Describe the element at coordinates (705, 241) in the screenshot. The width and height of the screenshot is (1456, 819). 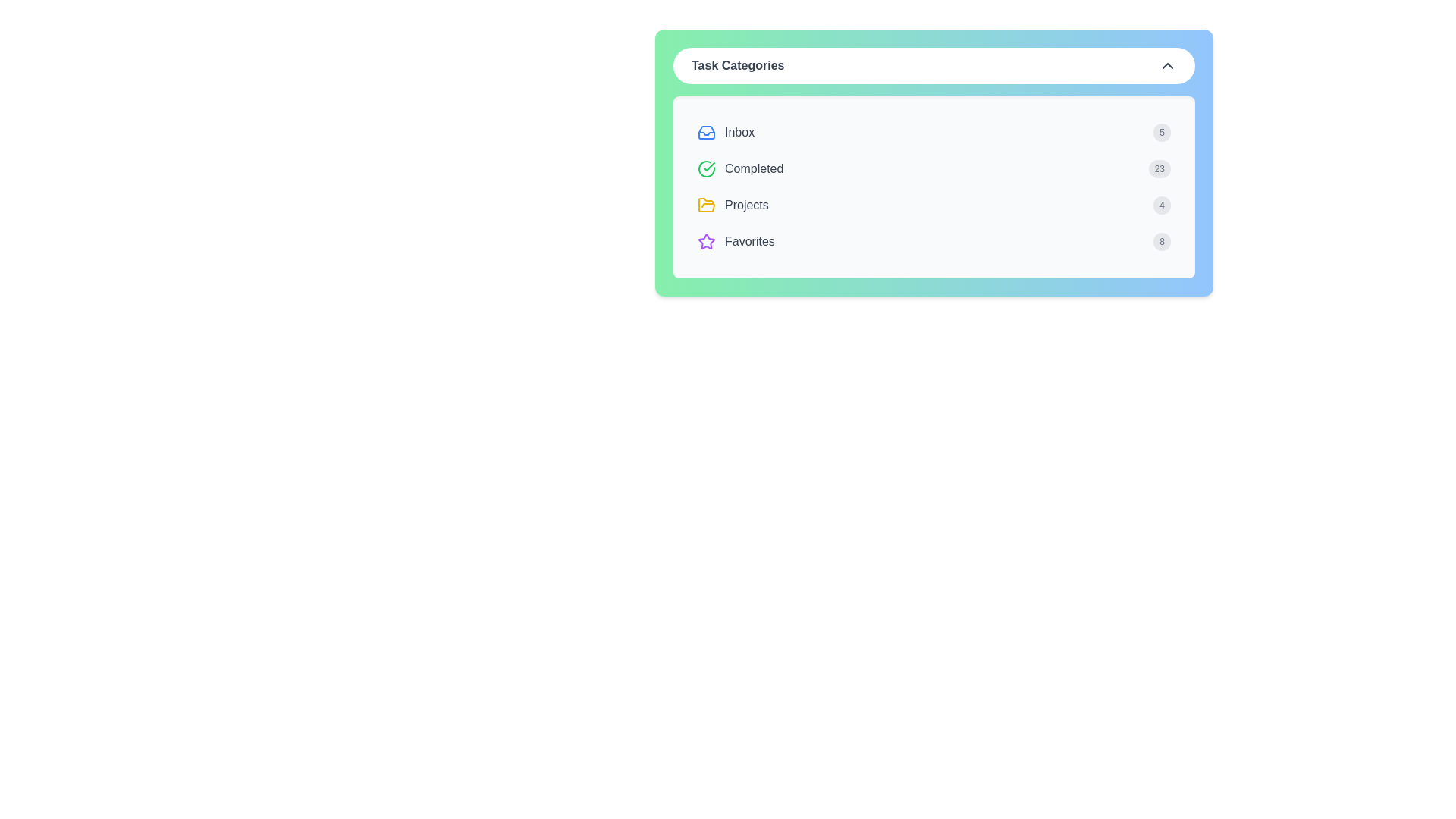
I see `the purple star icon which is positioned to the left of the 'Favorites' text label` at that location.